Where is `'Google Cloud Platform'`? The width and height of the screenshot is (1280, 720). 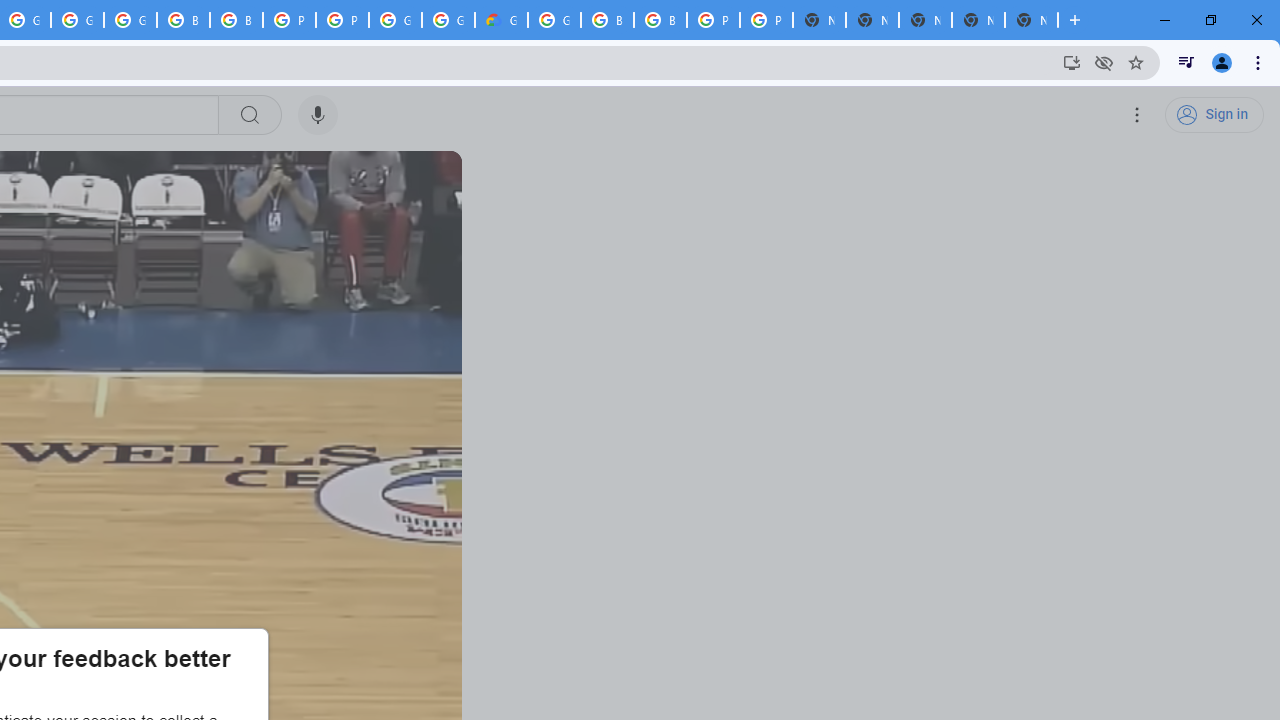
'Google Cloud Platform' is located at coordinates (447, 20).